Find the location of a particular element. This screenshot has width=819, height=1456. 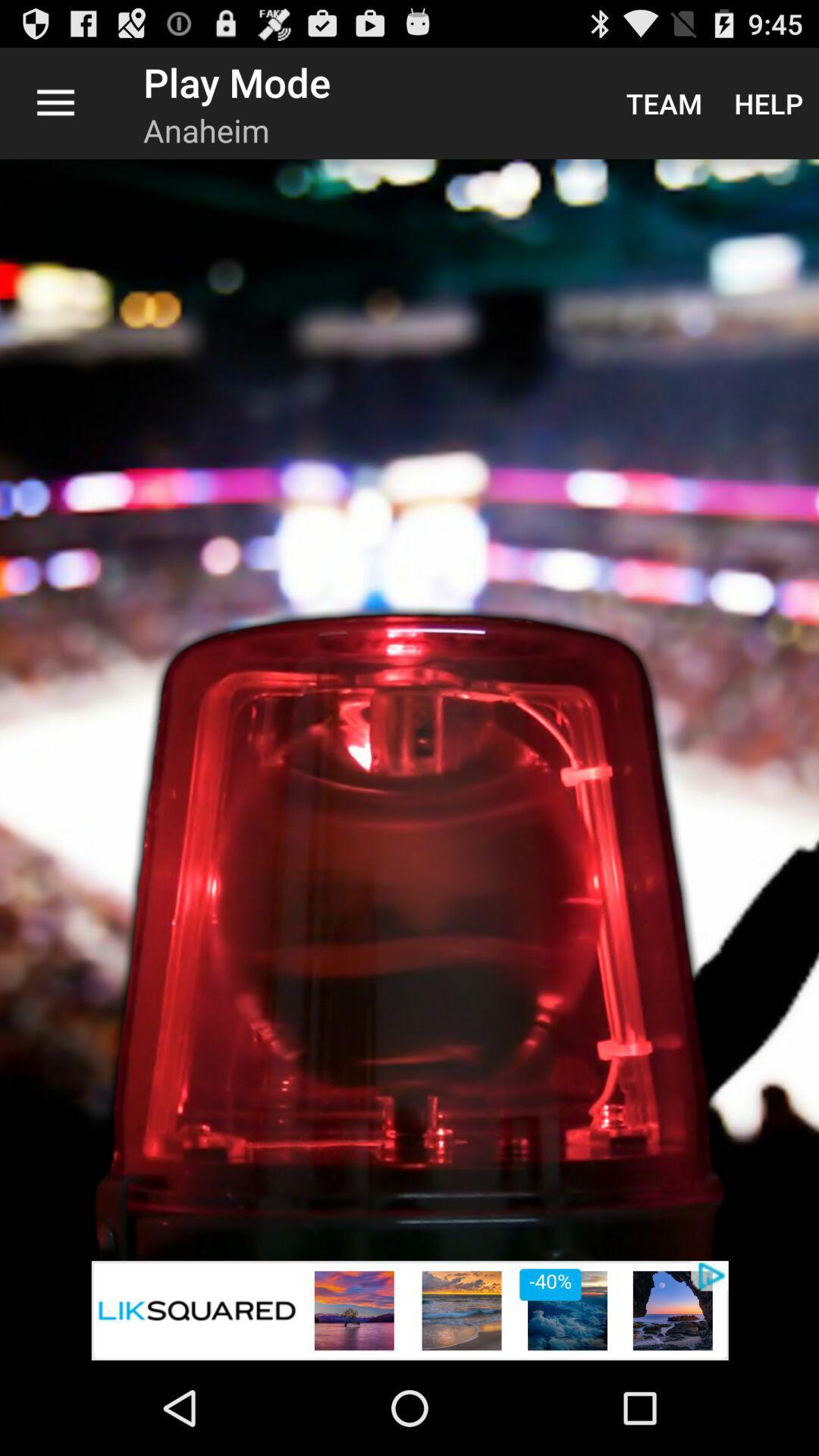

banner advertisement is located at coordinates (409, 1310).